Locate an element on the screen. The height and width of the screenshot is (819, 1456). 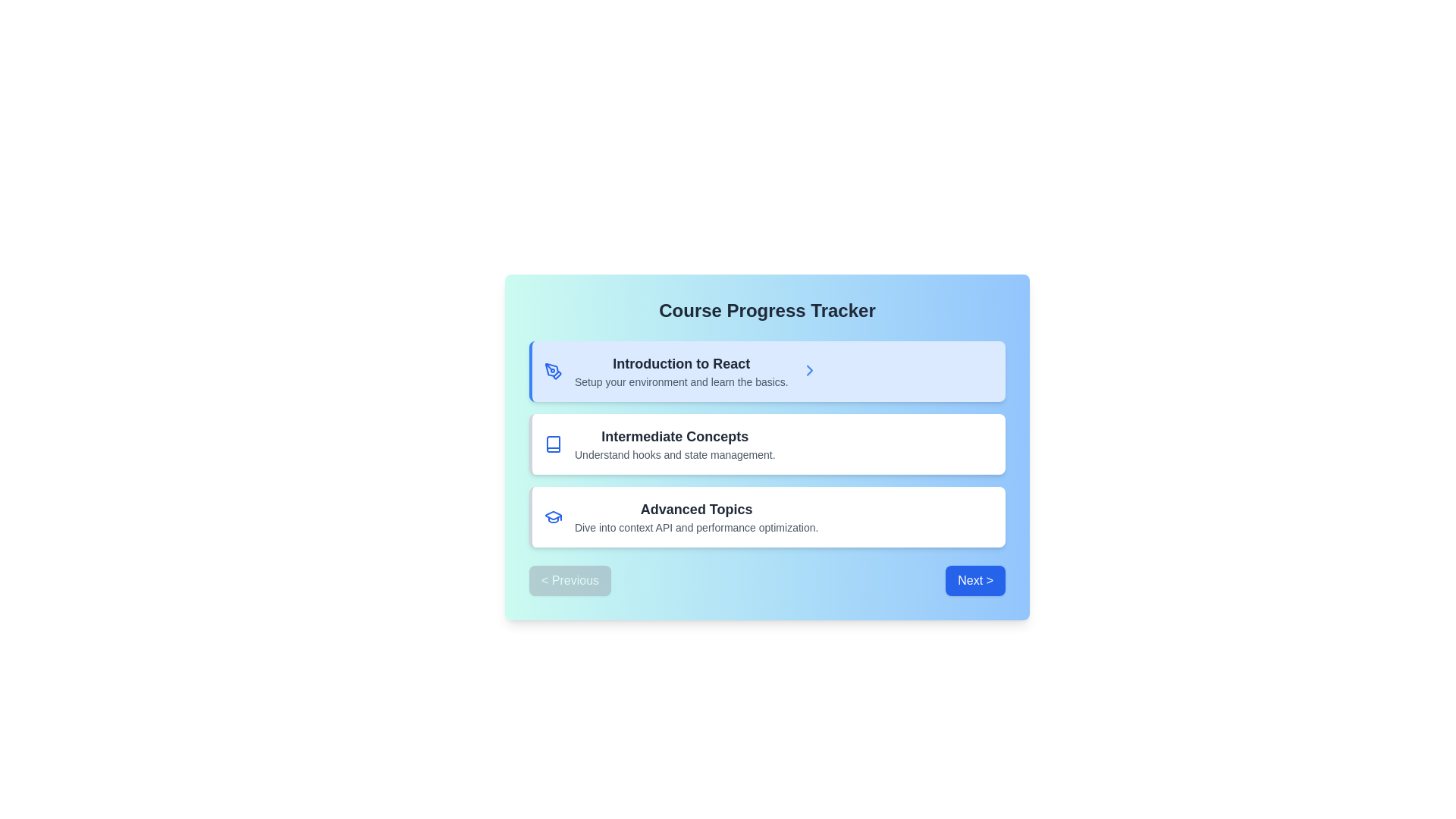
the Informational Card that provides navigation to intermediate concepts in React, positioned between the 'Introduction to React' and 'Advanced Topics' cards is located at coordinates (767, 447).